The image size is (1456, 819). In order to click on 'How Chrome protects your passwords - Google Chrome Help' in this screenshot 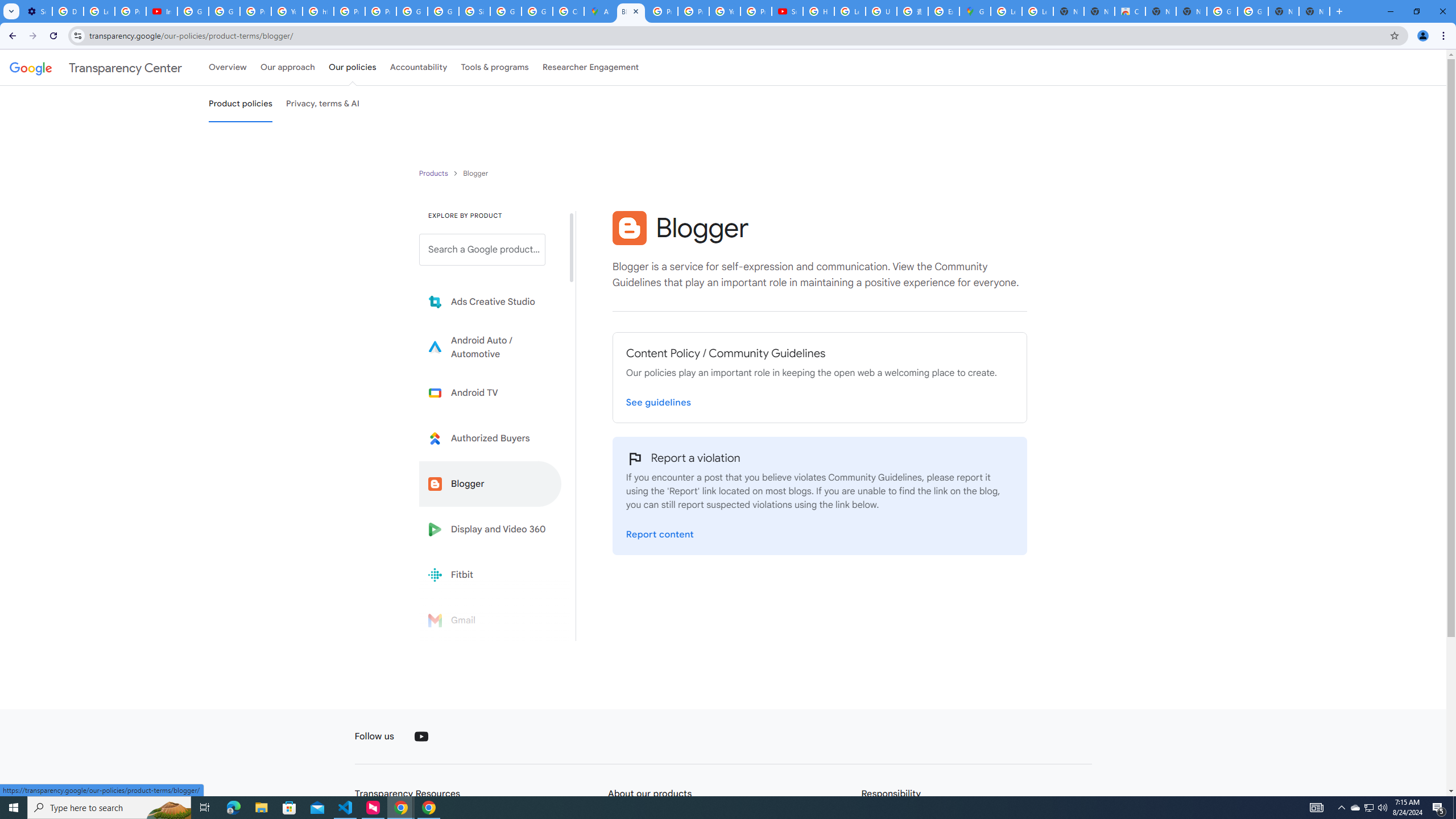, I will do `click(818, 11)`.